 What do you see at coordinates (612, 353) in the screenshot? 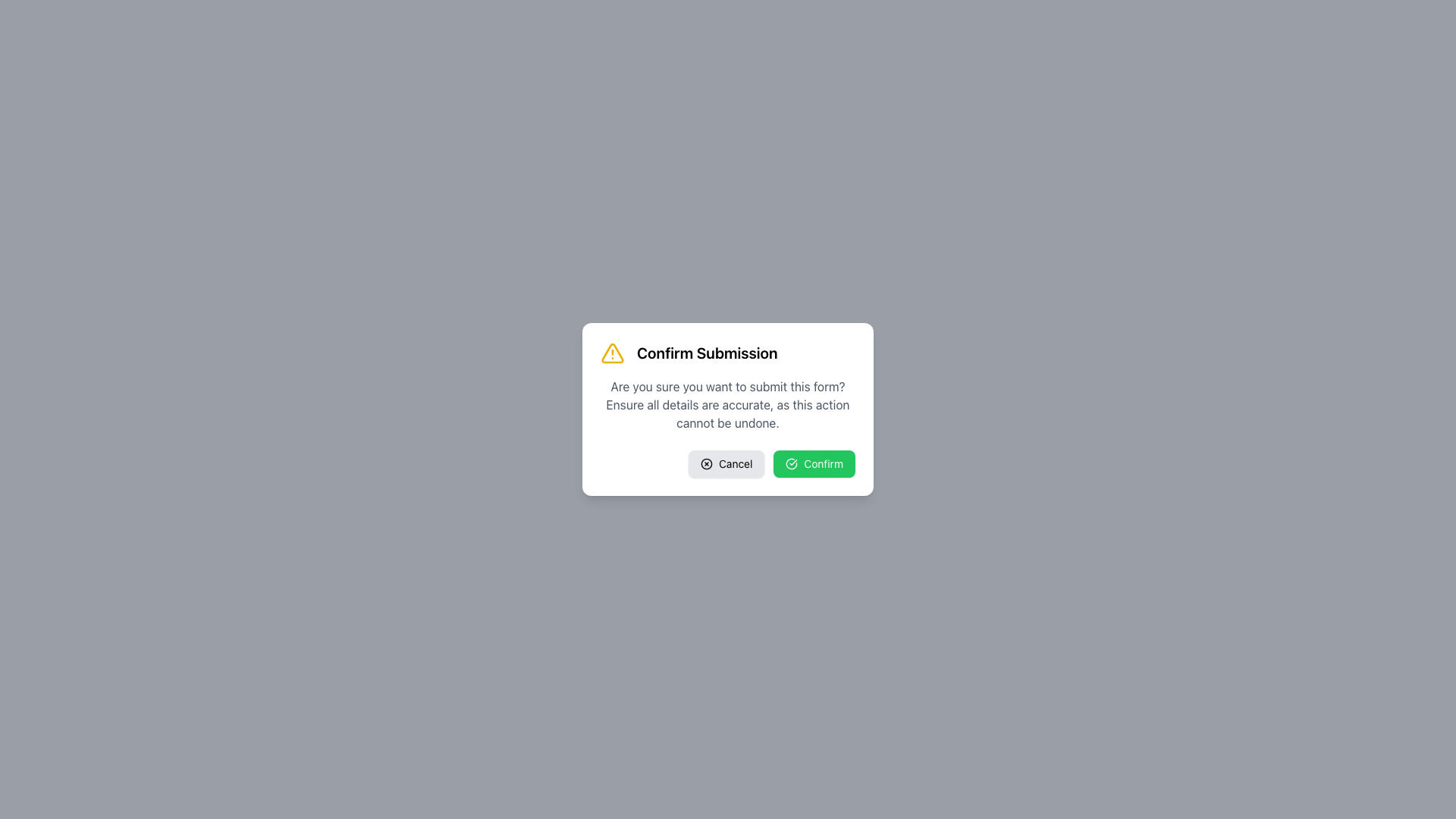
I see `the yellow triangular warning icon with a bold exclamation mark in the confirmation modal, located next to the text heading 'Confirm Submission'` at bounding box center [612, 353].